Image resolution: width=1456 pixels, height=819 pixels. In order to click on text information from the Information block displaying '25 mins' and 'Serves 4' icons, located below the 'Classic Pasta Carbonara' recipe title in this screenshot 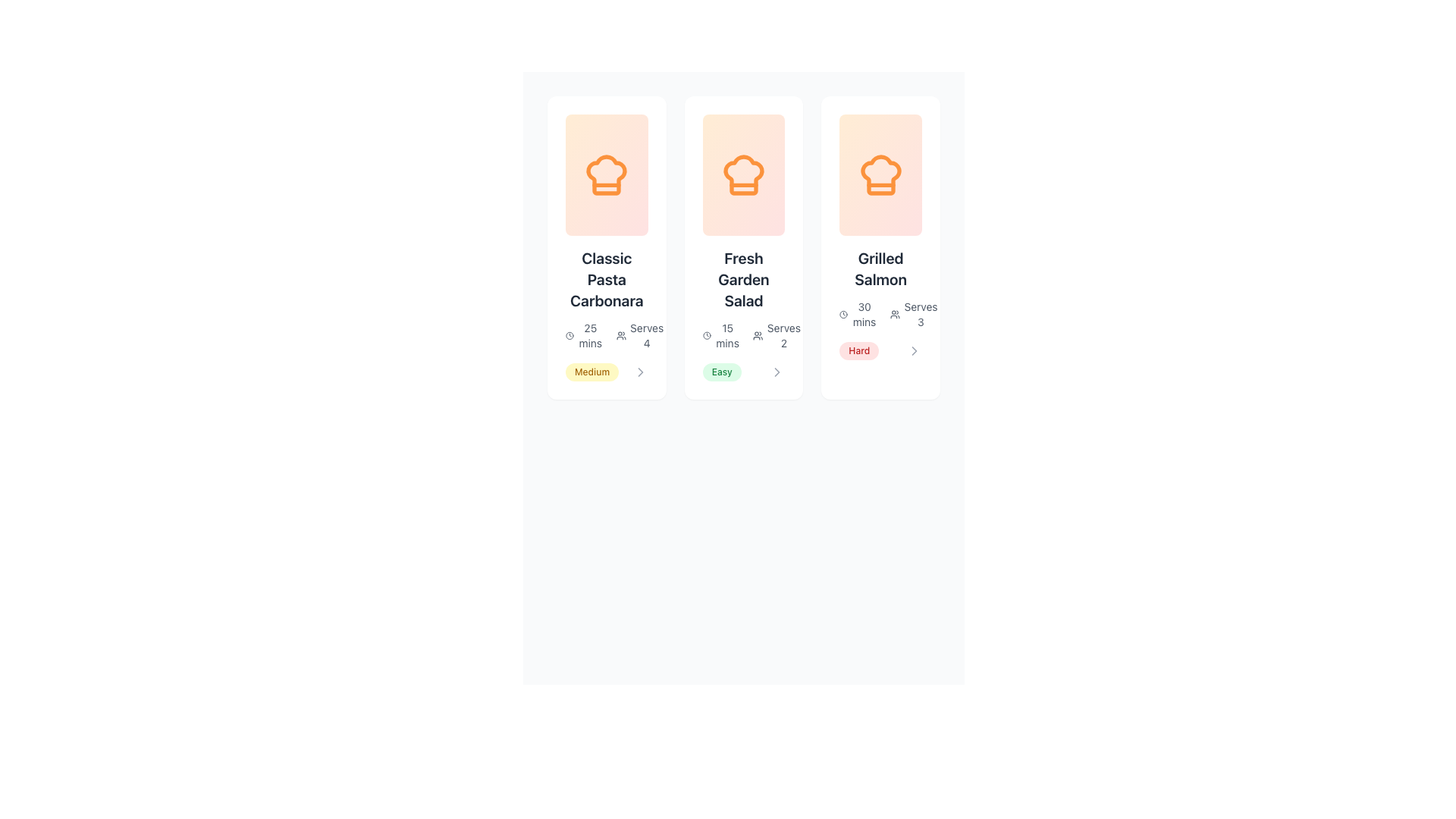, I will do `click(607, 335)`.